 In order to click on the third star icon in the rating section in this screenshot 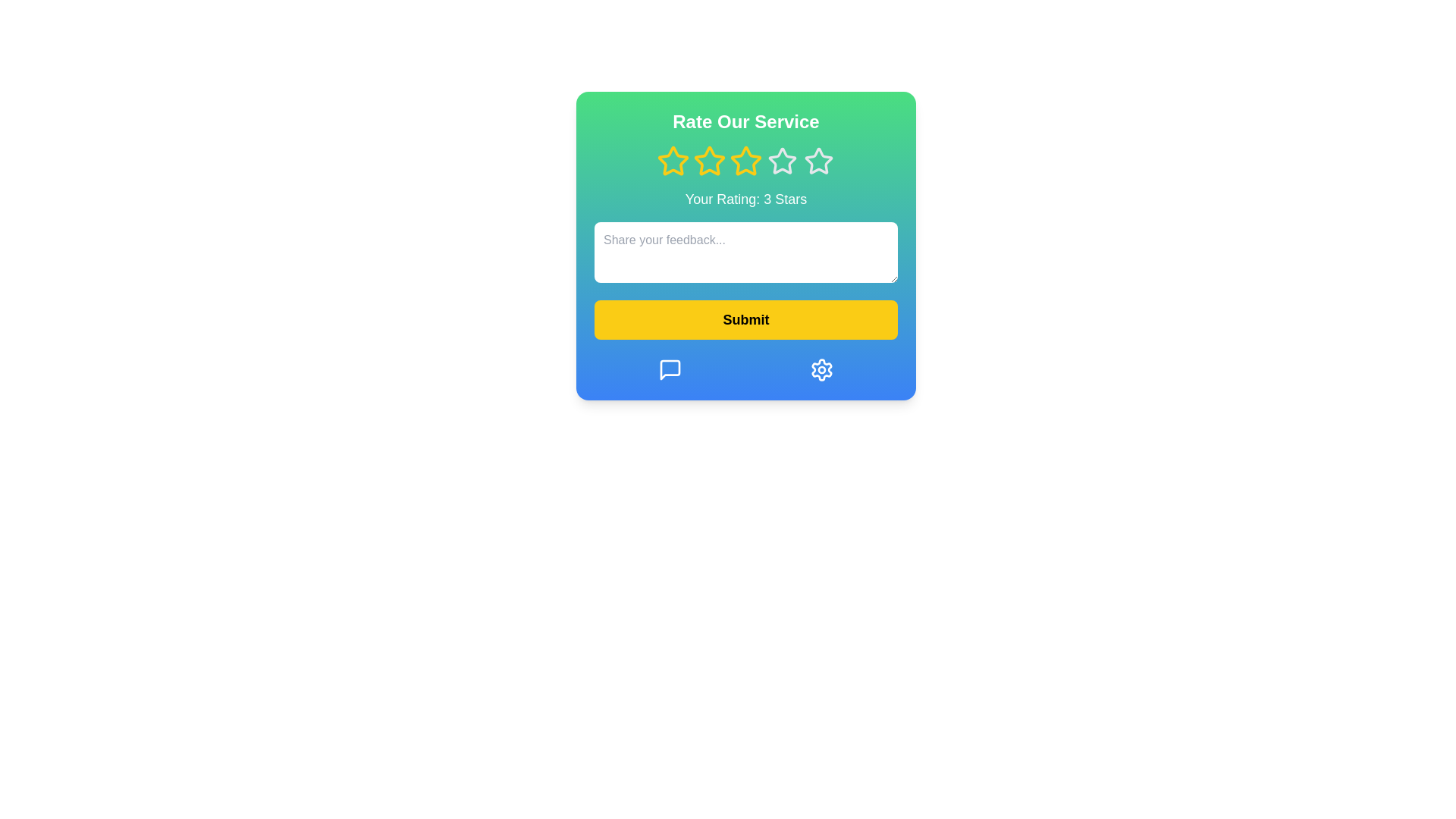, I will do `click(745, 161)`.